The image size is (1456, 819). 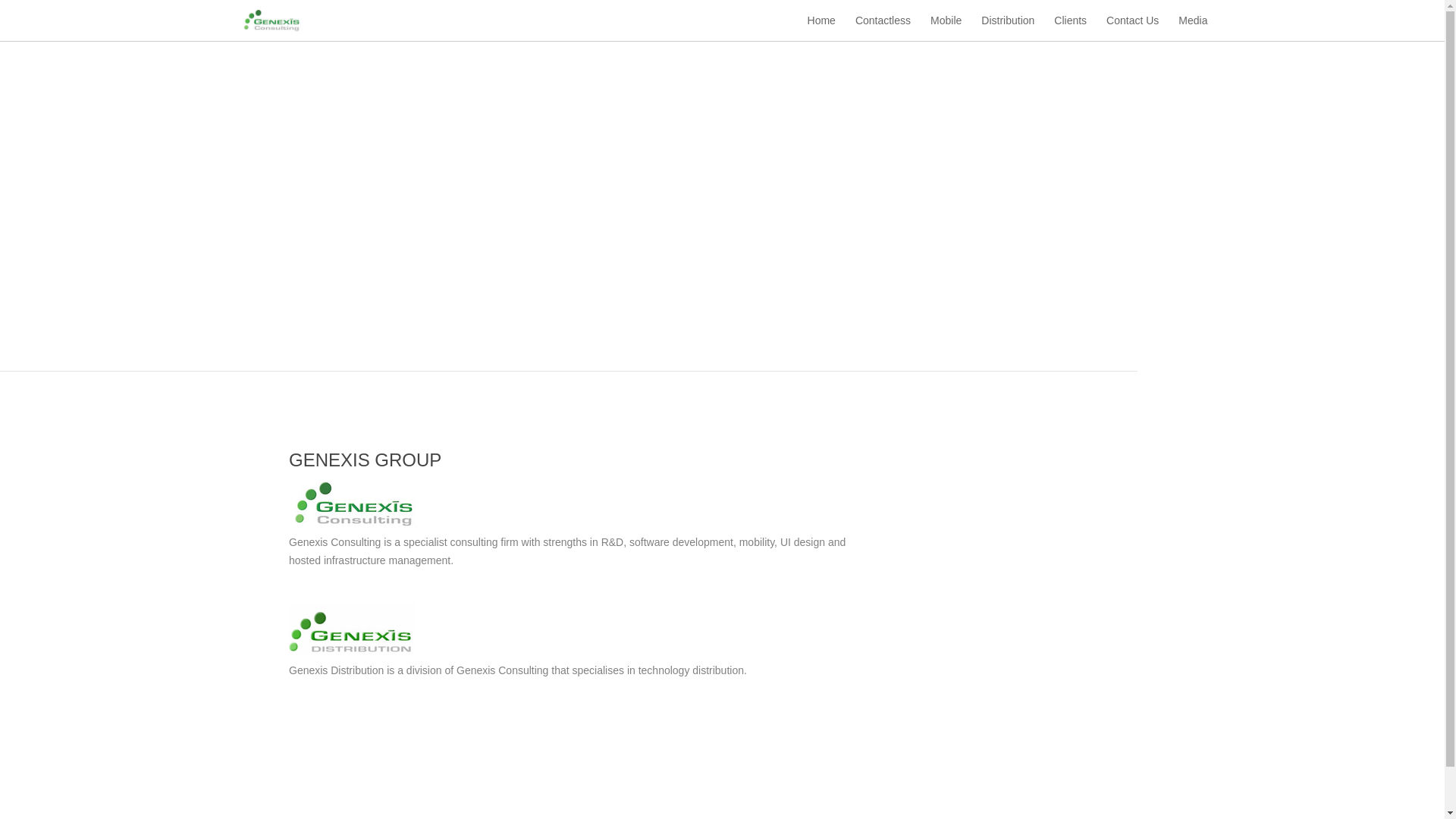 I want to click on 'Contact Us', so click(x=1132, y=28).